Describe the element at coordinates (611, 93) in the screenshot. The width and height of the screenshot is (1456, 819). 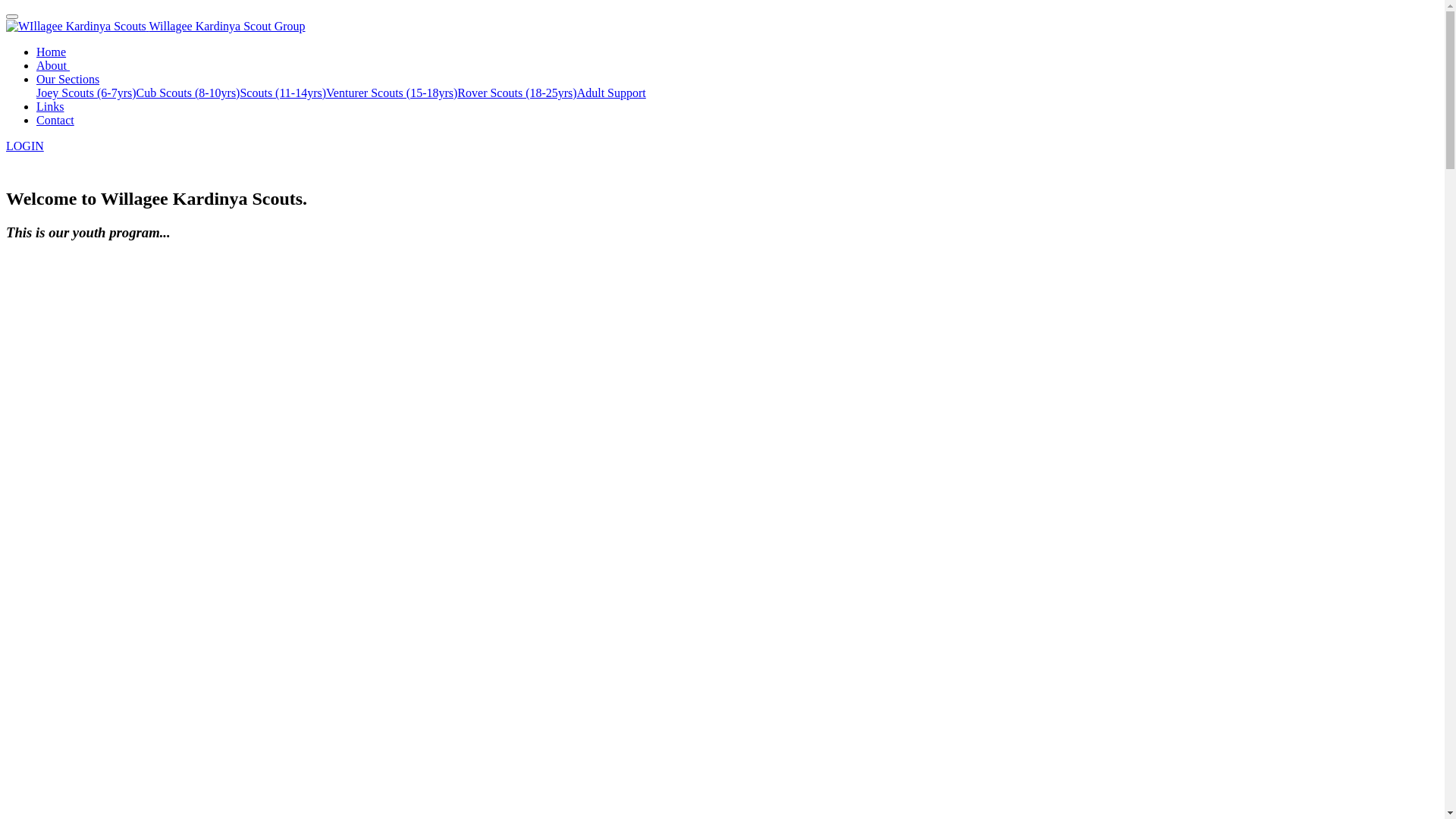
I see `'Adult Support'` at that location.